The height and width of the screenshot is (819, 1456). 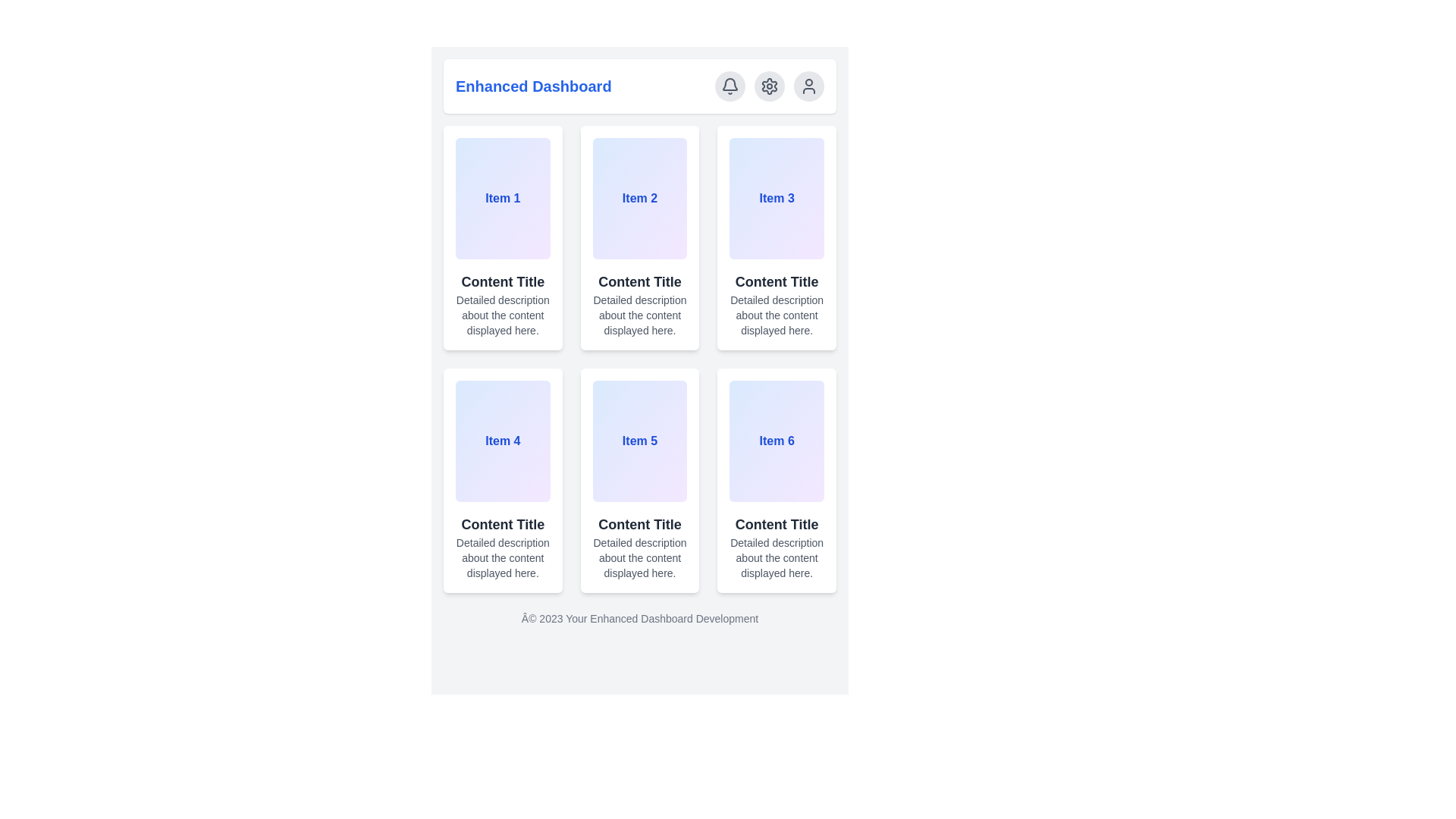 What do you see at coordinates (640, 558) in the screenshot?
I see `the text block that displays 'Detailed description about the content displayed here.' located beneath the header 'Content Title' in the card labeled 'Item 5'` at bounding box center [640, 558].